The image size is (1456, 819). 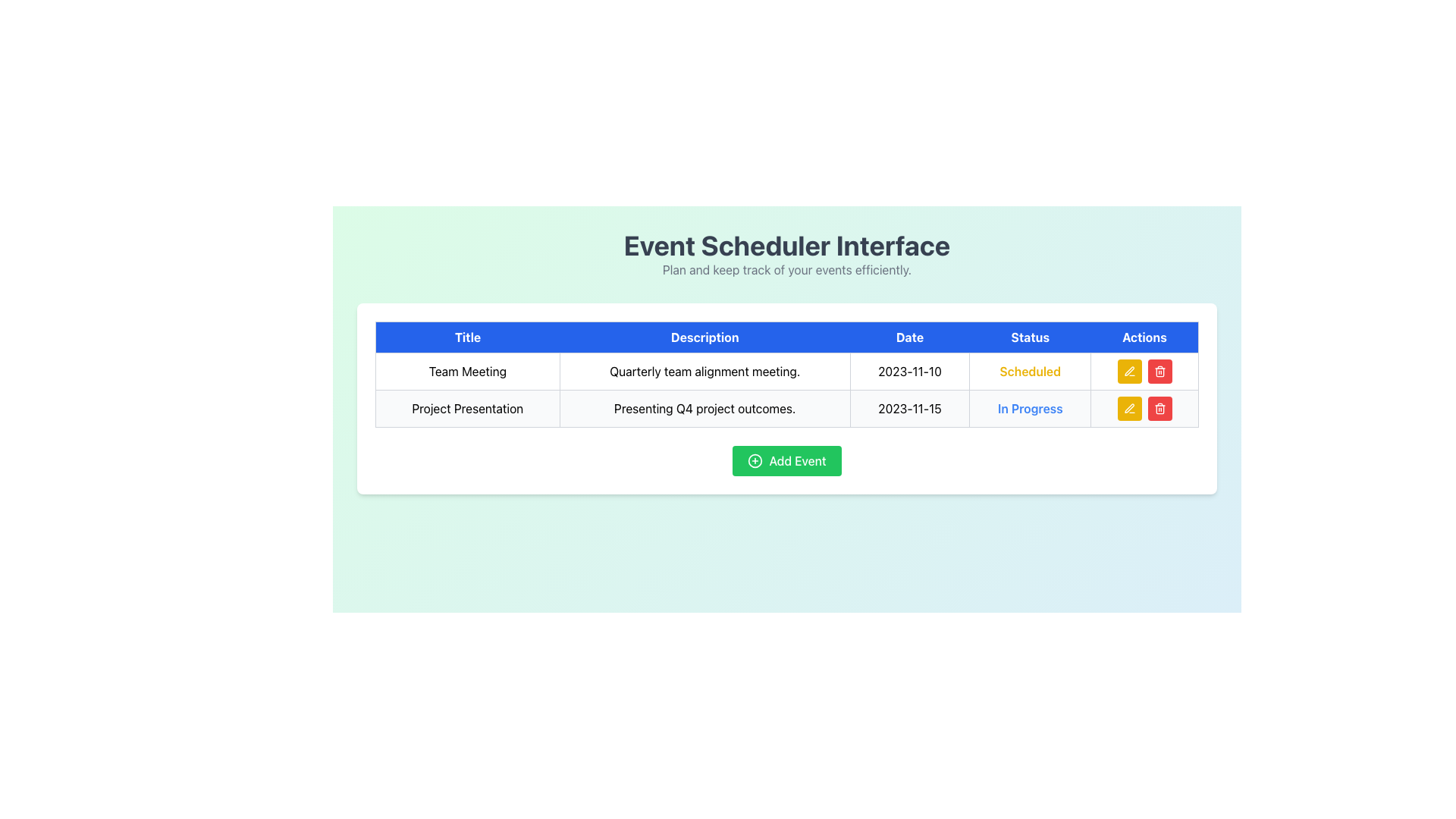 I want to click on the 'Status' label, which is a small rectangular label with a blue background and white centered text, located in the header row of a data table between the 'Date' and 'Actions' labels, so click(x=1030, y=336).